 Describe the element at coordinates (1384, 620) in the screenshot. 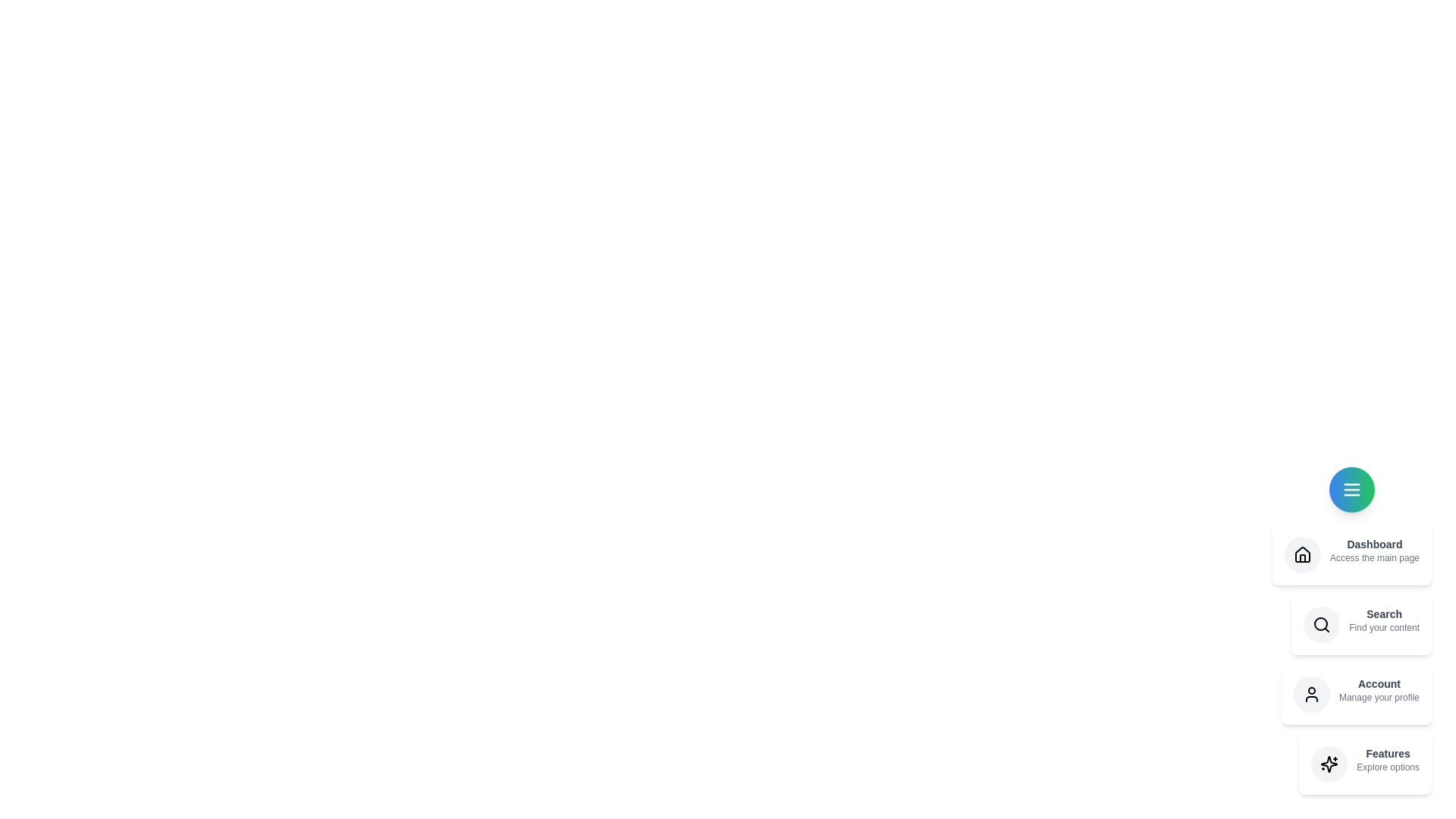

I see `the description of the menu item labeled Search` at that location.